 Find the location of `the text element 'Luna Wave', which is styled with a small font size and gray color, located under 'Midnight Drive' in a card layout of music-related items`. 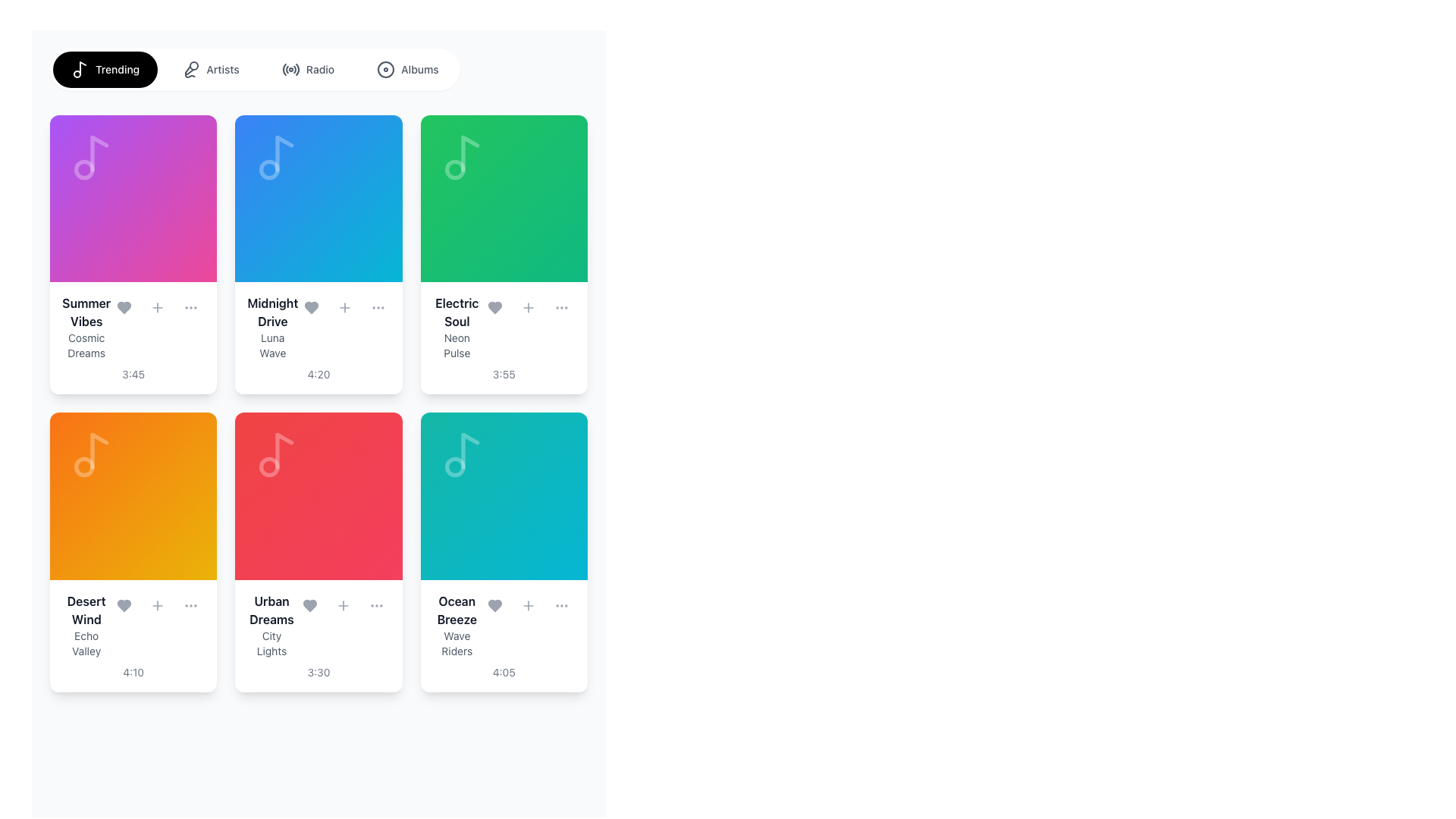

the text element 'Luna Wave', which is styled with a small font size and gray color, located under 'Midnight Drive' in a card layout of music-related items is located at coordinates (272, 346).